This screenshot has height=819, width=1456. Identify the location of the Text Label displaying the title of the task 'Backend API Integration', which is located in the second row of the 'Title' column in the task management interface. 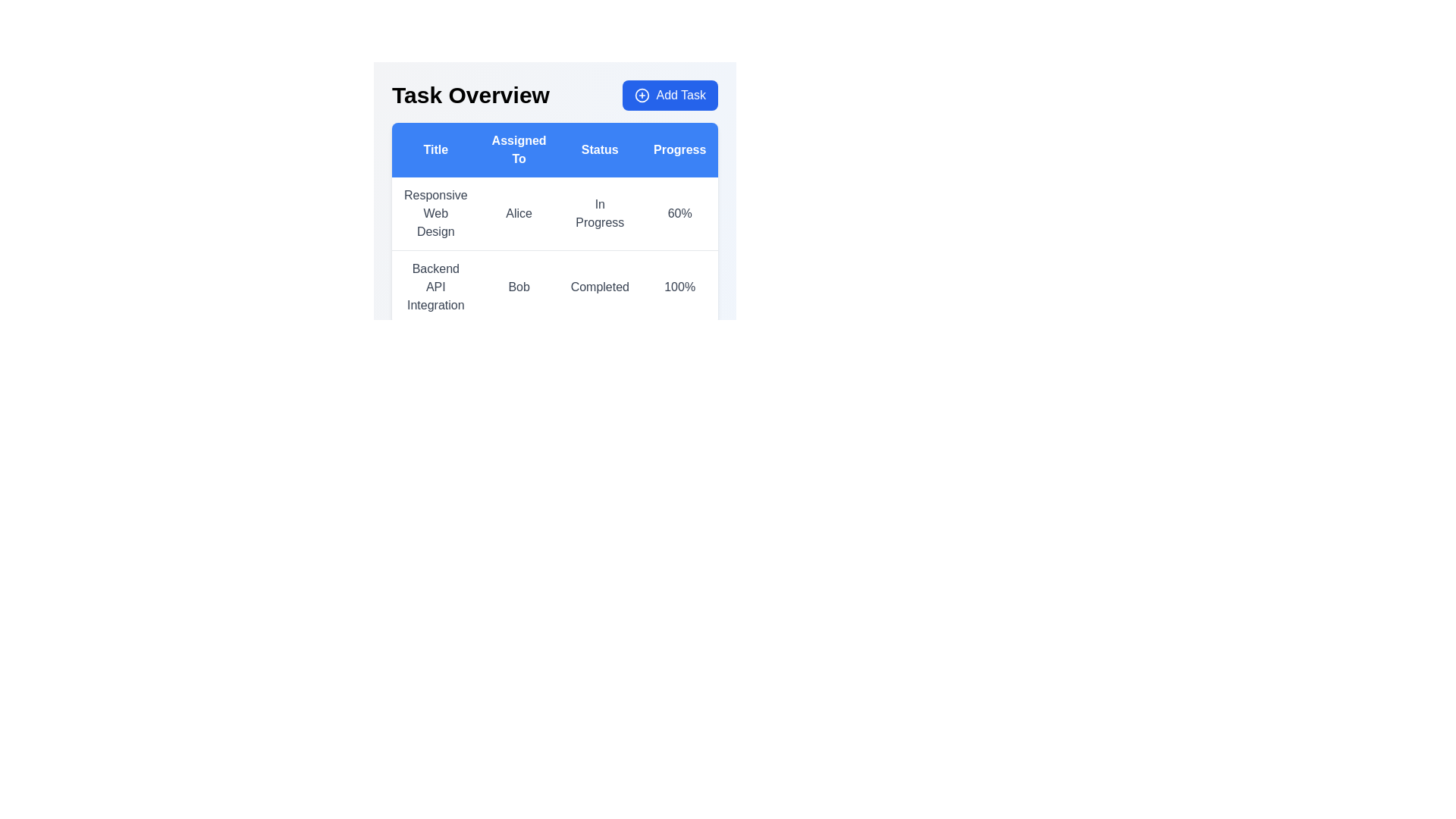
(435, 287).